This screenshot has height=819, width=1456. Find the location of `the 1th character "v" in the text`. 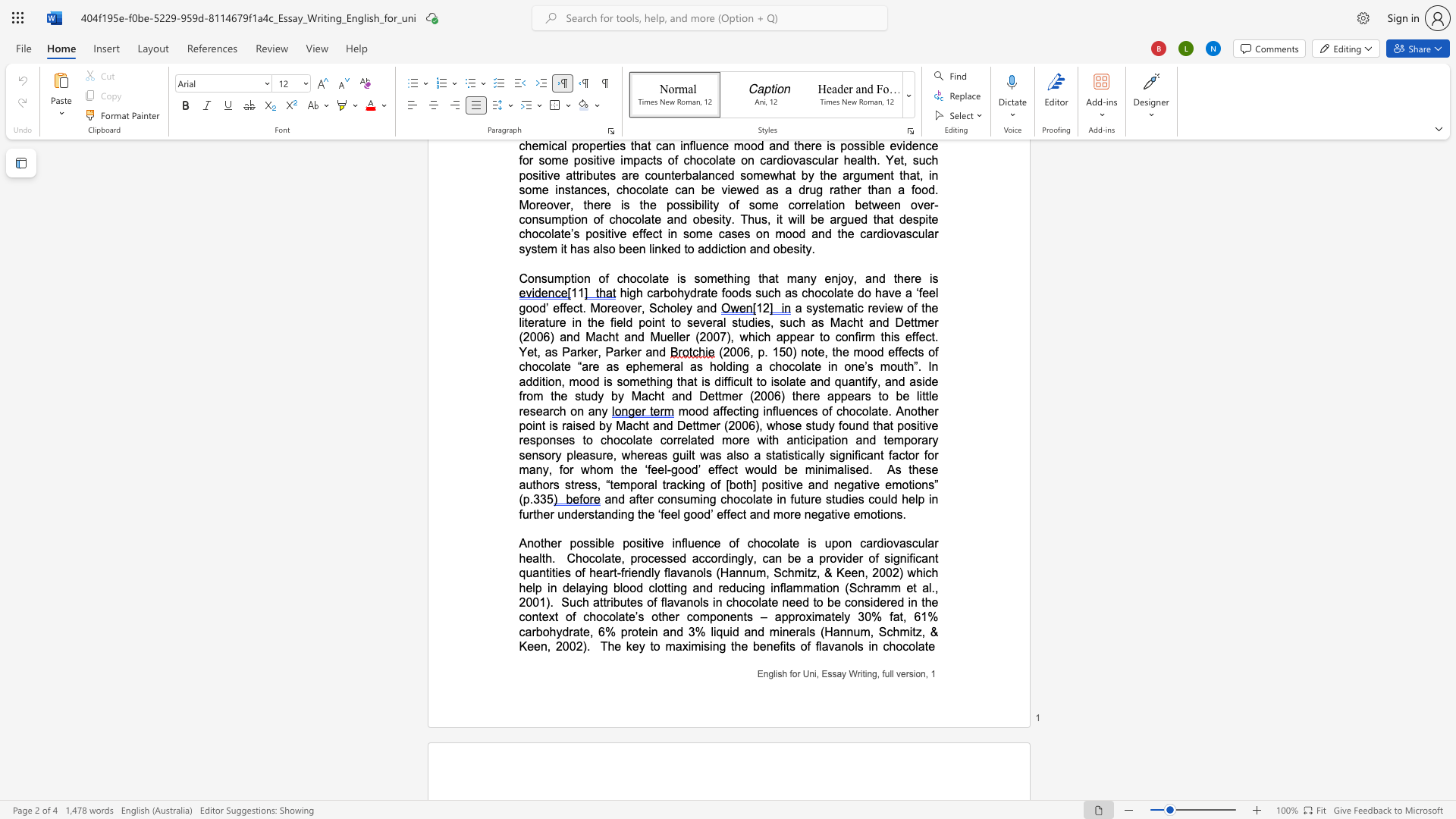

the 1th character "v" in the text is located at coordinates (792, 485).